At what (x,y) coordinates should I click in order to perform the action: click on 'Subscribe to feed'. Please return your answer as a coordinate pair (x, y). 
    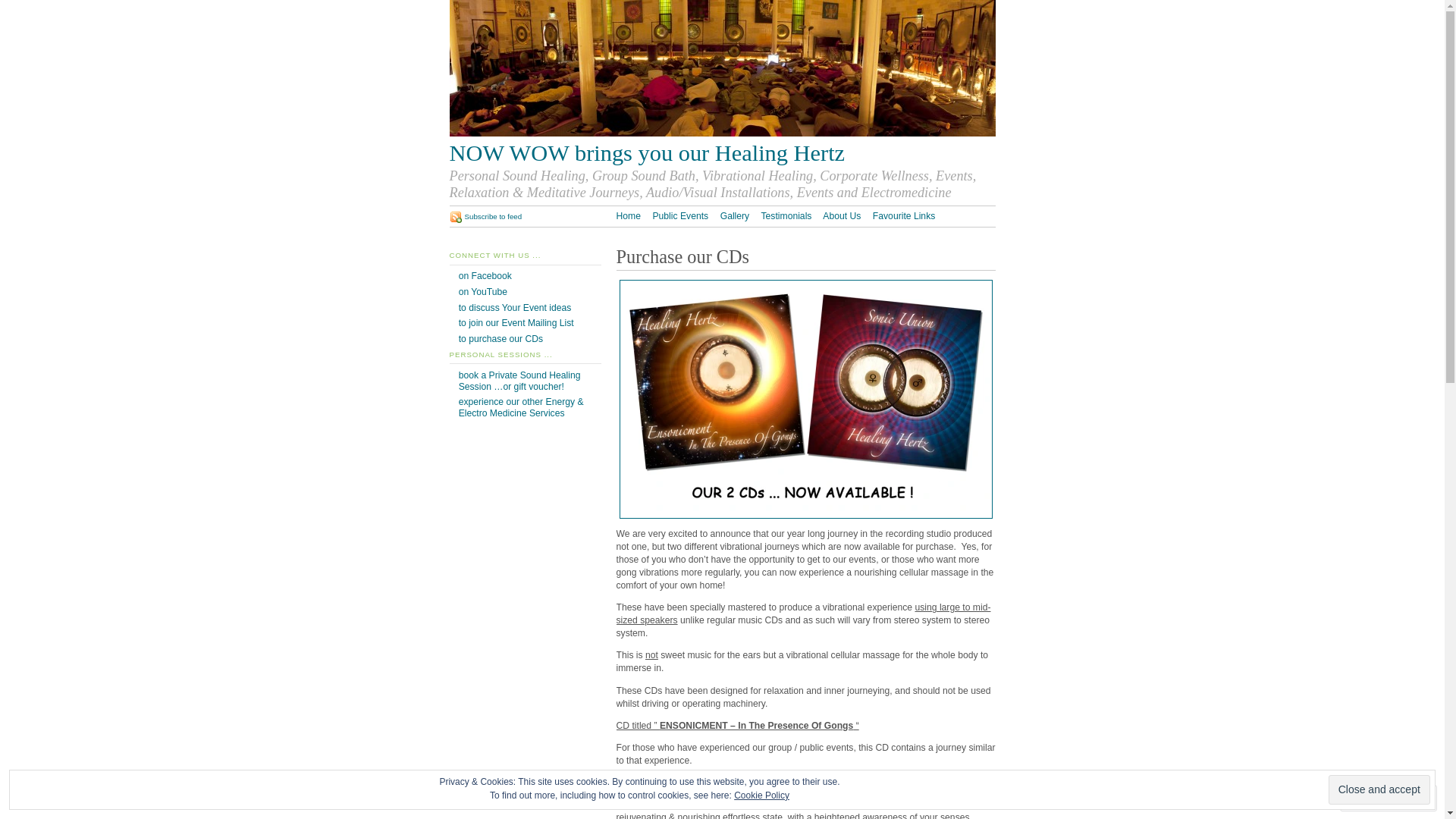
    Looking at the image, I should click on (484, 216).